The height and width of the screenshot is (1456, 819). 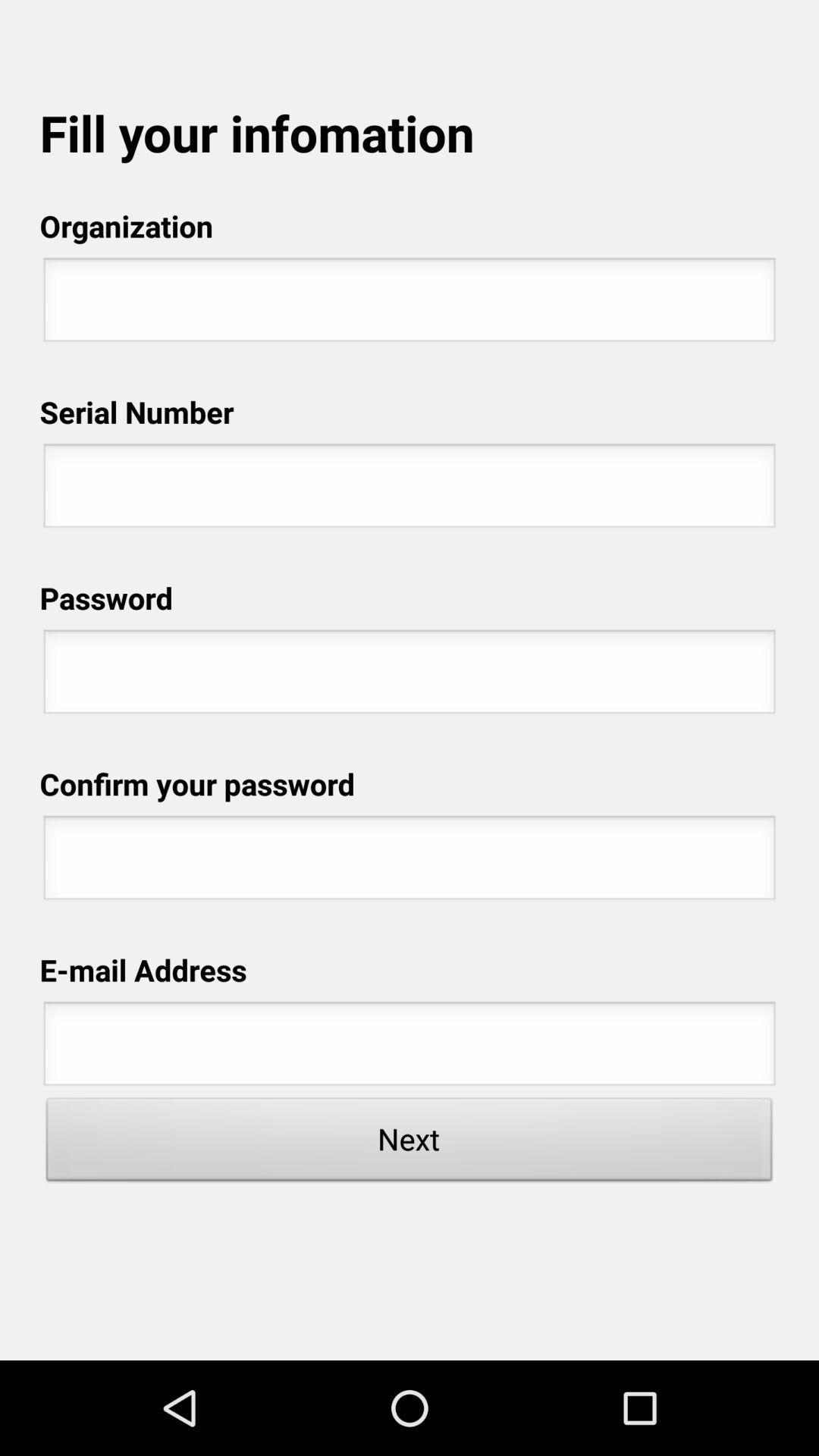 I want to click on organization, so click(x=409, y=303).